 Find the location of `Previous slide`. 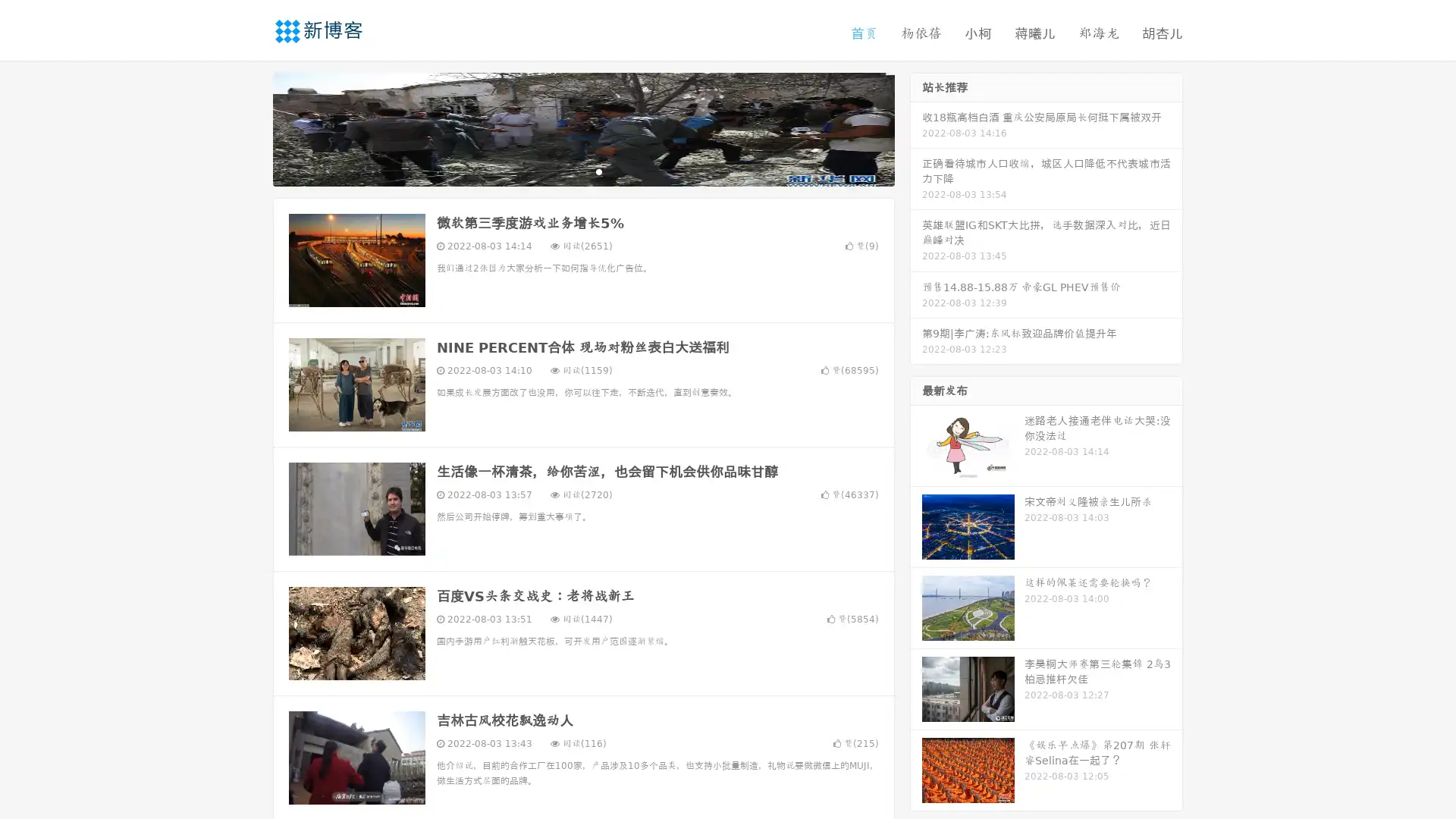

Previous slide is located at coordinates (250, 127).